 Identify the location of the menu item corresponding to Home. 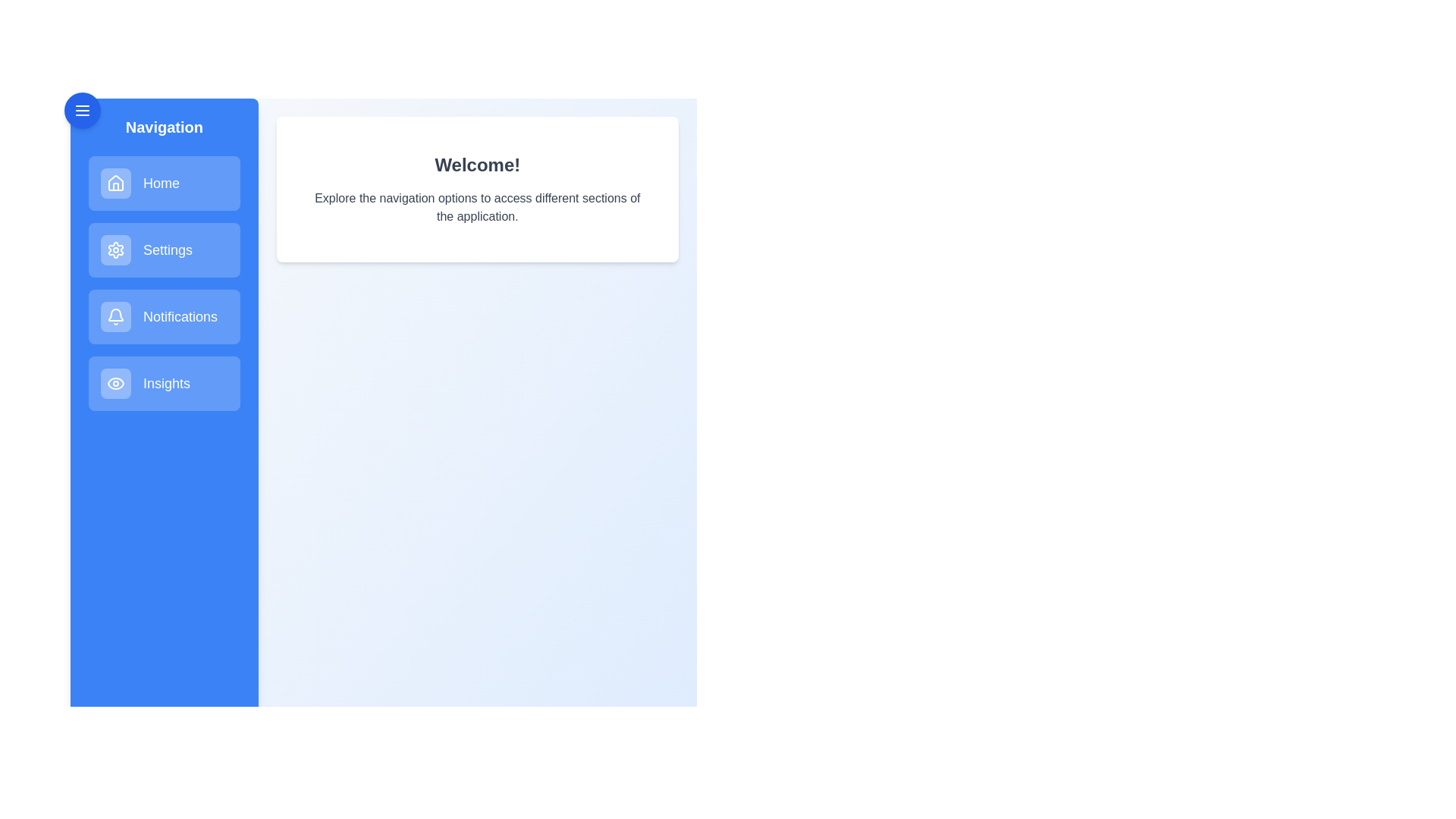
(164, 183).